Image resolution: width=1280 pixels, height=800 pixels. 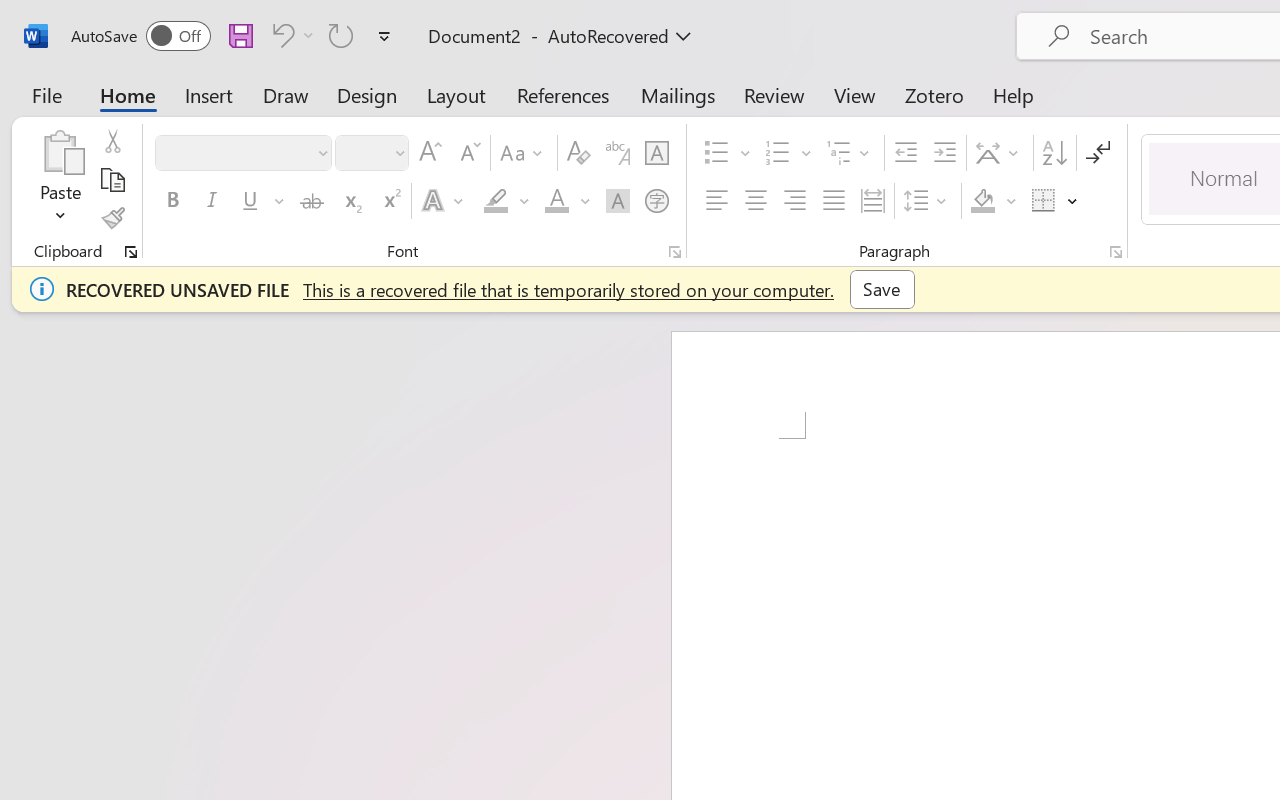 I want to click on 'Justify', so click(x=834, y=201).